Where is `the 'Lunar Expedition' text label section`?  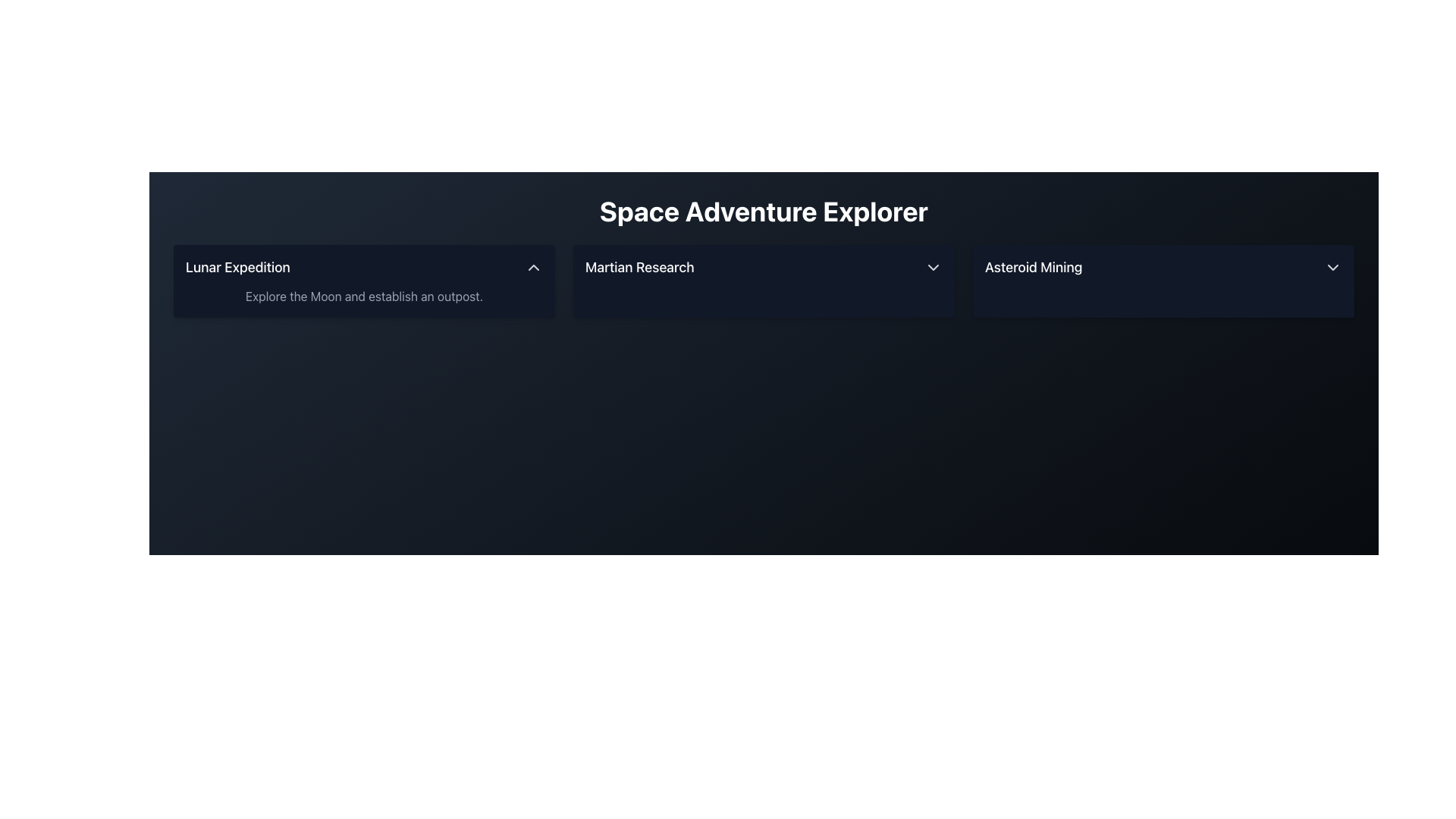
the 'Lunar Expedition' text label section is located at coordinates (237, 267).